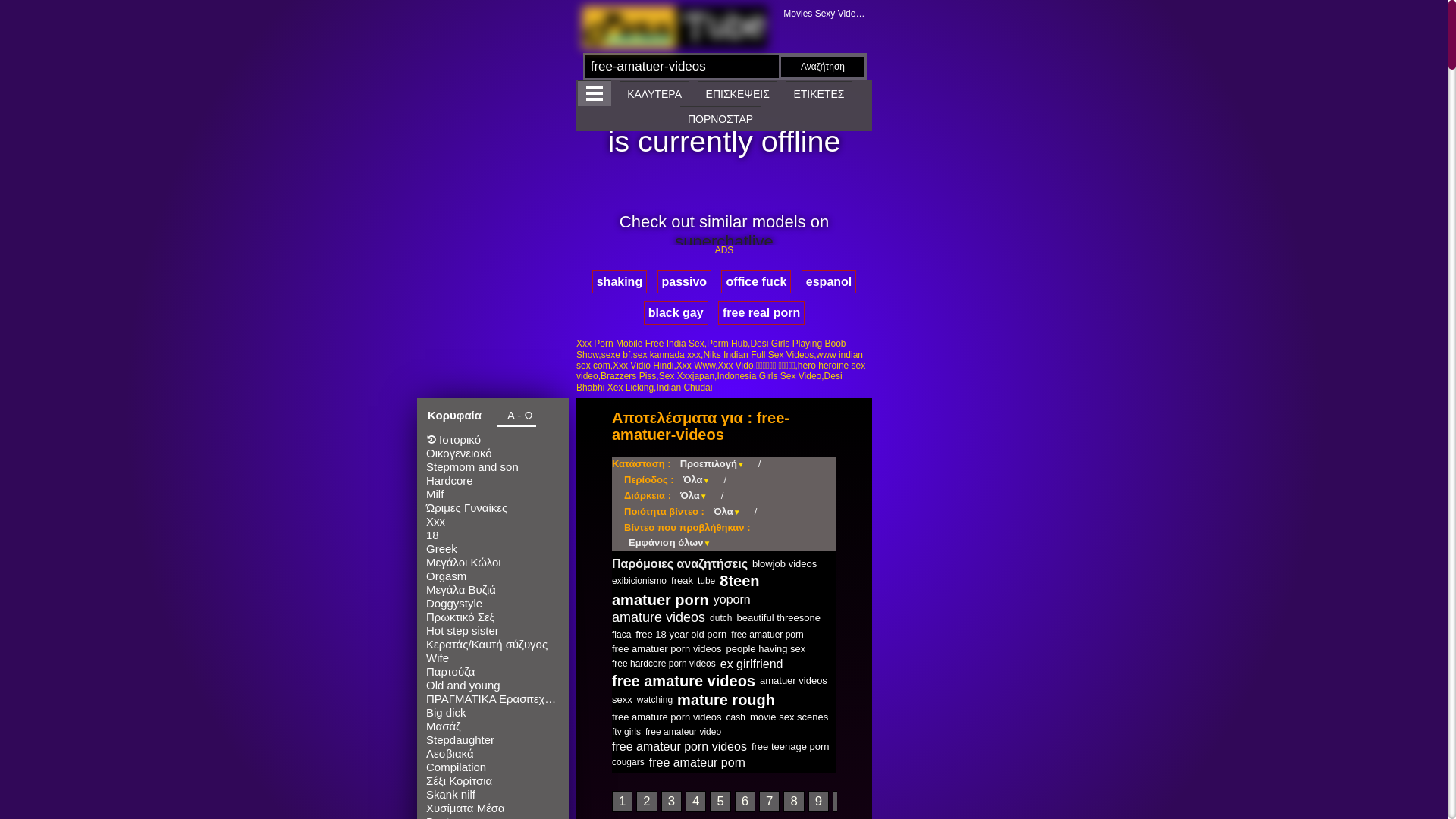 The width and height of the screenshot is (1456, 819). I want to click on '2', so click(646, 800).